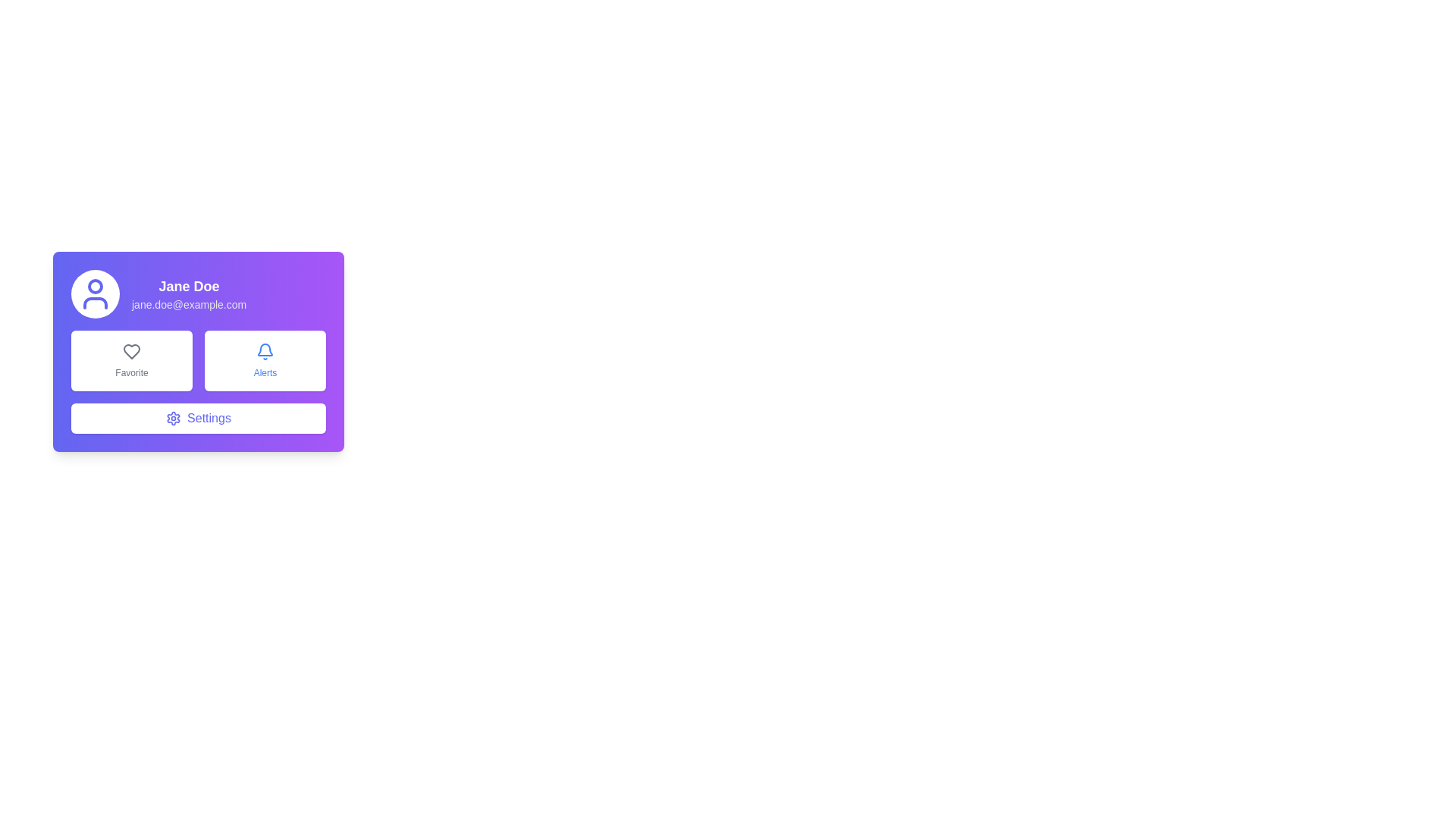 This screenshot has width=1456, height=819. I want to click on the favorites button located in the top-left corner of the grid layout to trigger its hover state, so click(131, 360).